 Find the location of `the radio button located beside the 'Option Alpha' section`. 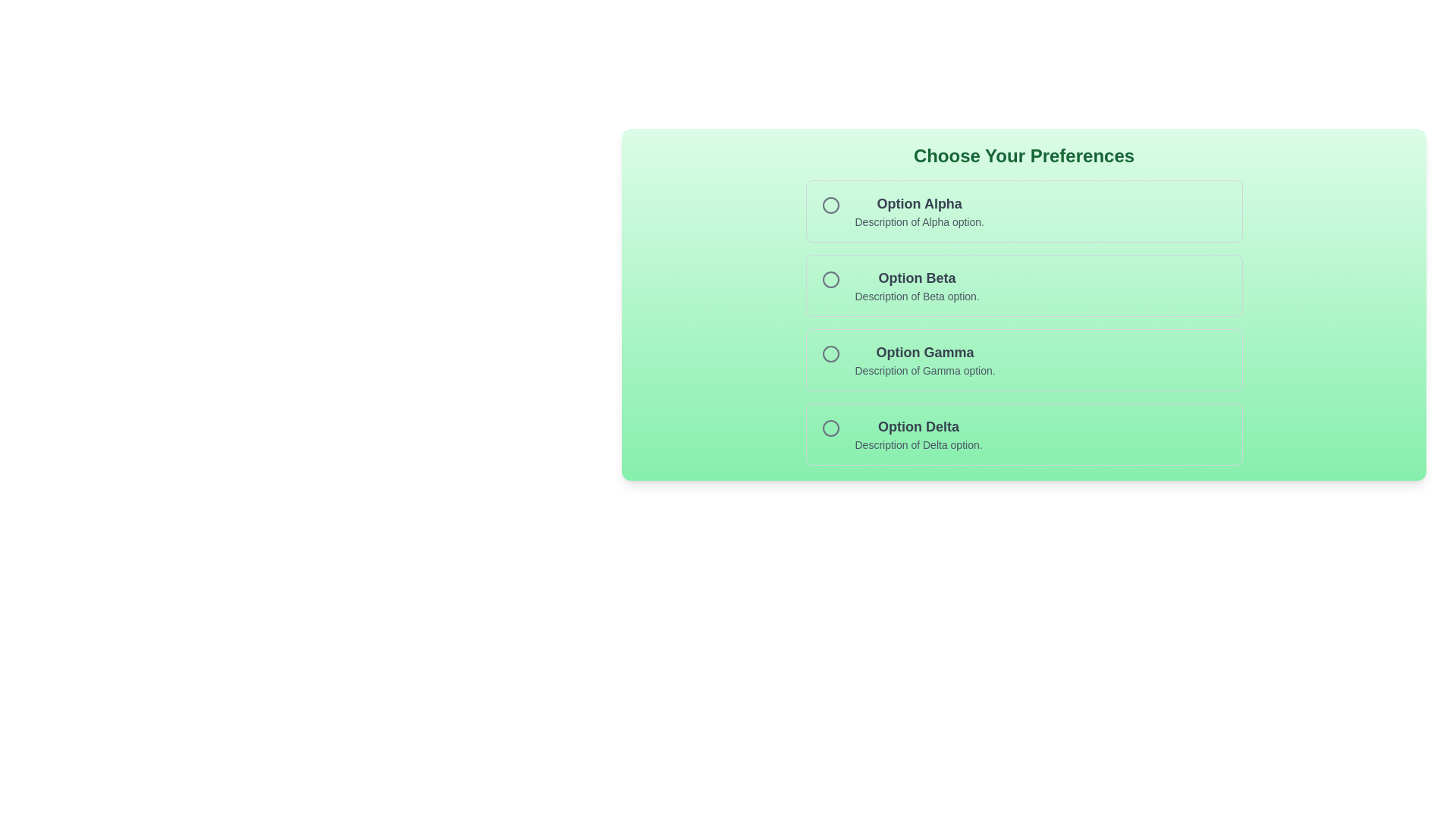

the radio button located beside the 'Option Alpha' section is located at coordinates (830, 205).